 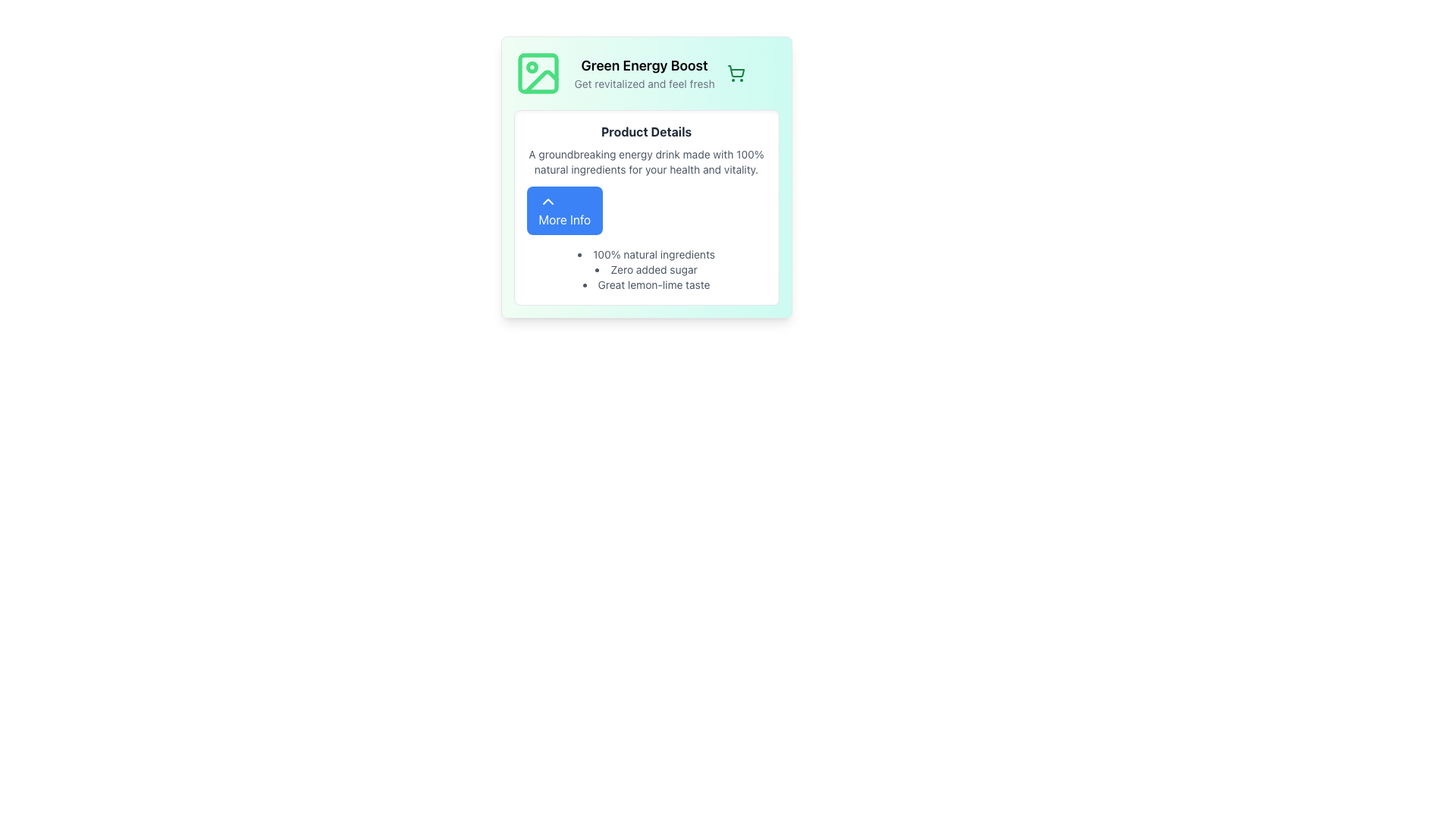 What do you see at coordinates (644, 65) in the screenshot?
I see `text 'Green Energy Boost' which is a bold and large font title located at the upper part of a card component` at bounding box center [644, 65].